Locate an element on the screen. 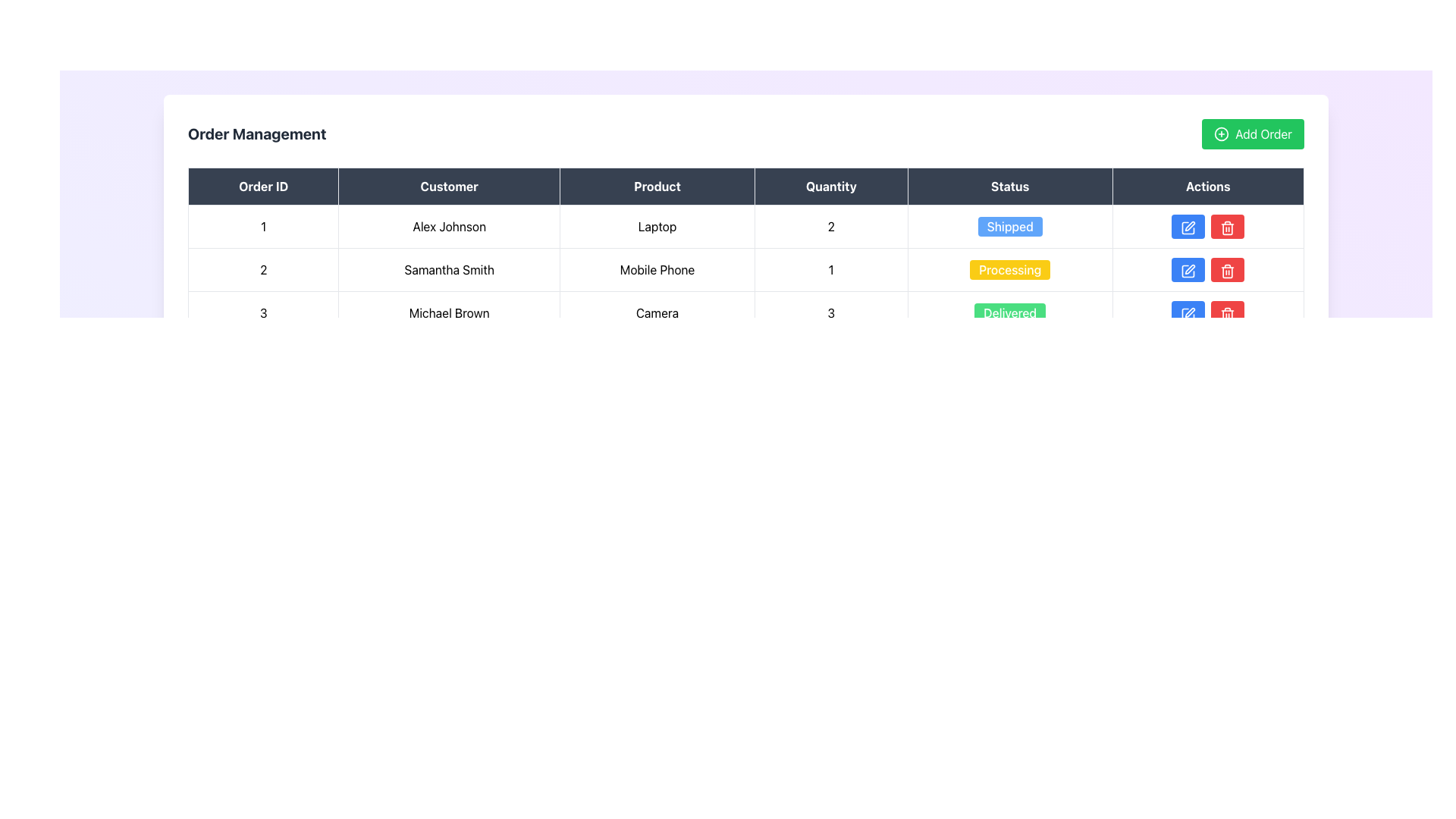 The width and height of the screenshot is (1456, 819). the non-interactive delivery status indicator button for 'Michael Brown' and 'Camera' in the third row of the table under the 'Status' column is located at coordinates (1010, 312).